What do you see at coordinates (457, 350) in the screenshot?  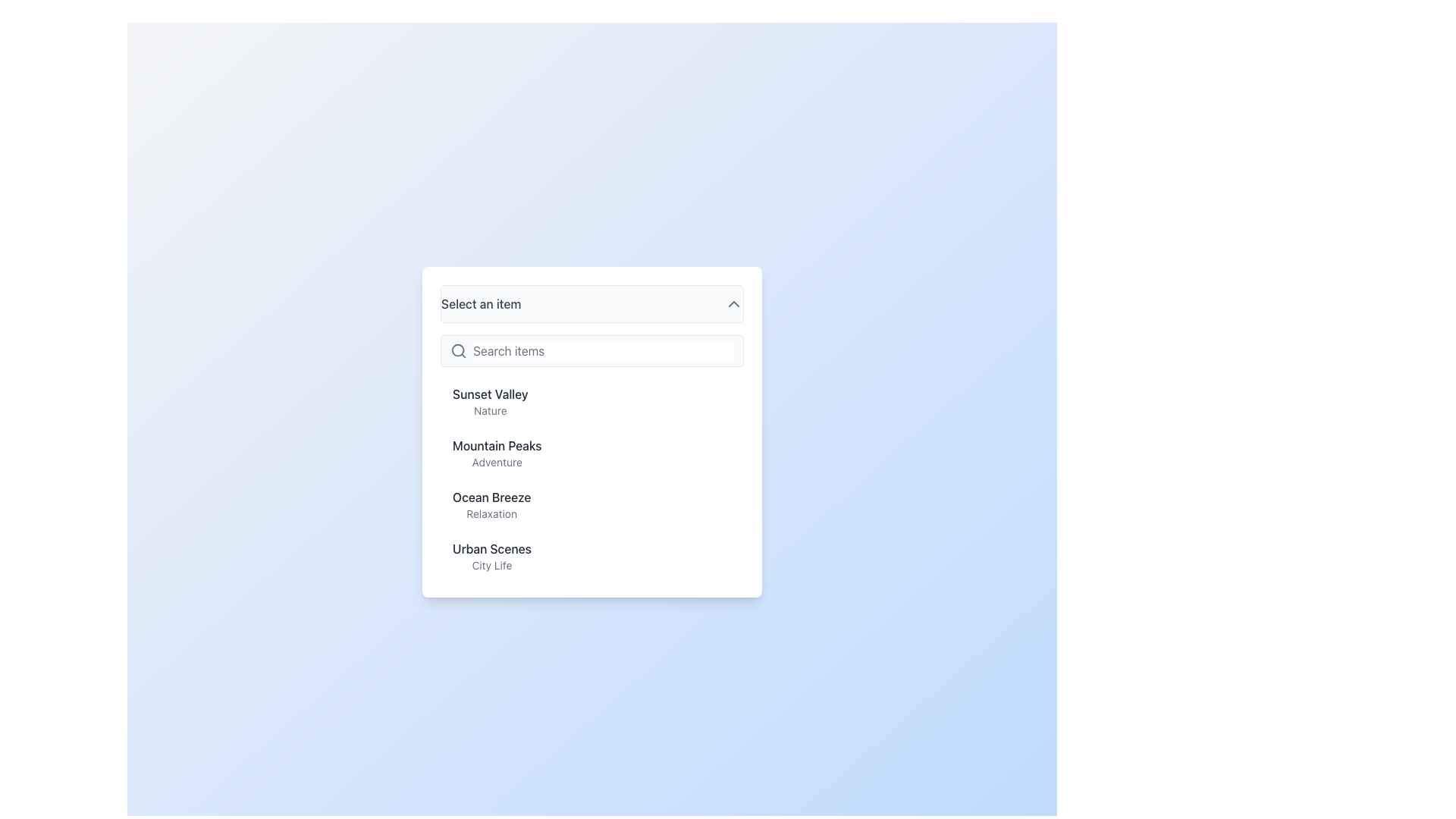 I see `the circular part of the search icon, which is positioned to the immediate left of the input field labeled 'Search items'` at bounding box center [457, 350].